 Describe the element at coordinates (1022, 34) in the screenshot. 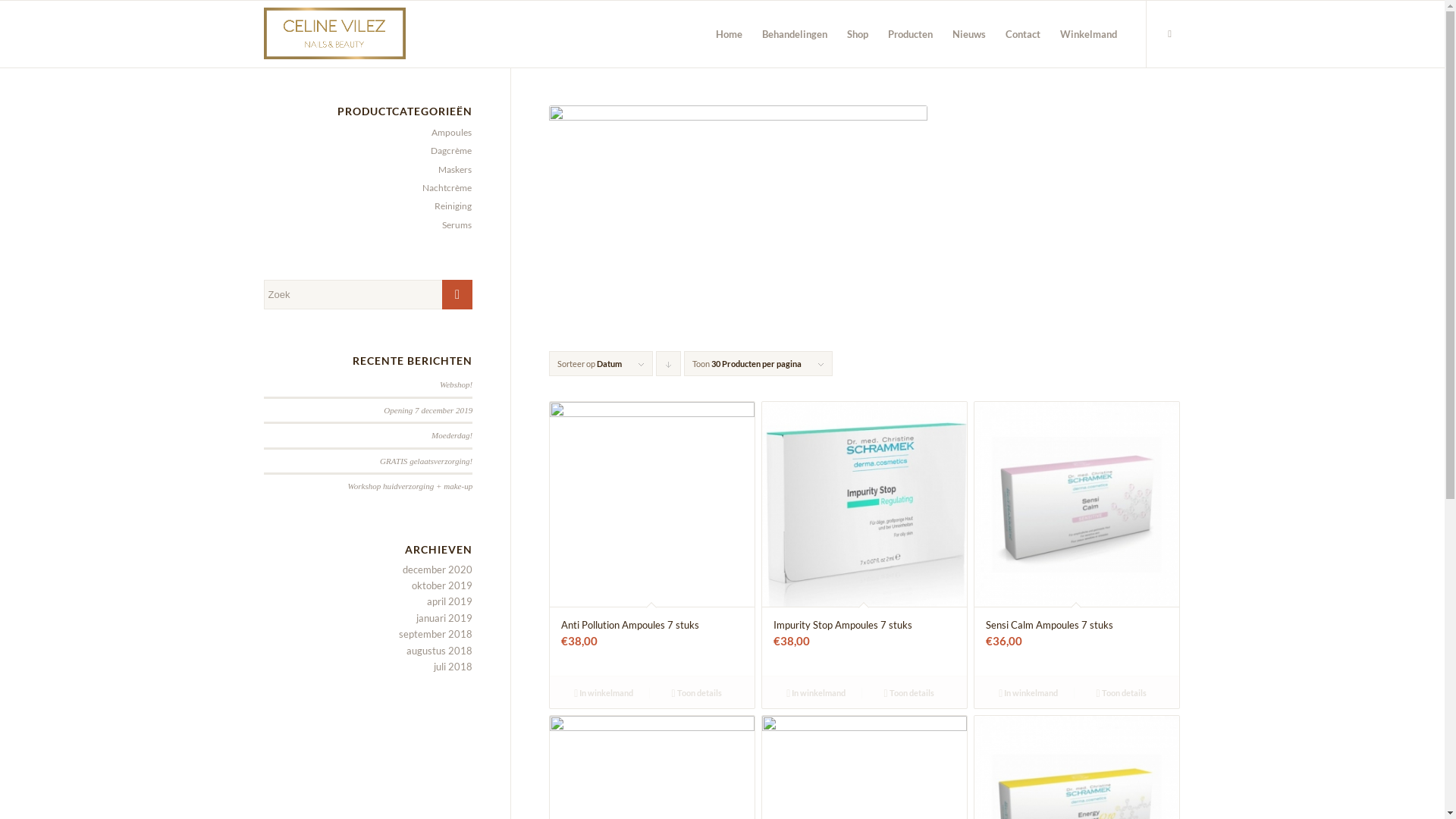

I see `'Contact'` at that location.